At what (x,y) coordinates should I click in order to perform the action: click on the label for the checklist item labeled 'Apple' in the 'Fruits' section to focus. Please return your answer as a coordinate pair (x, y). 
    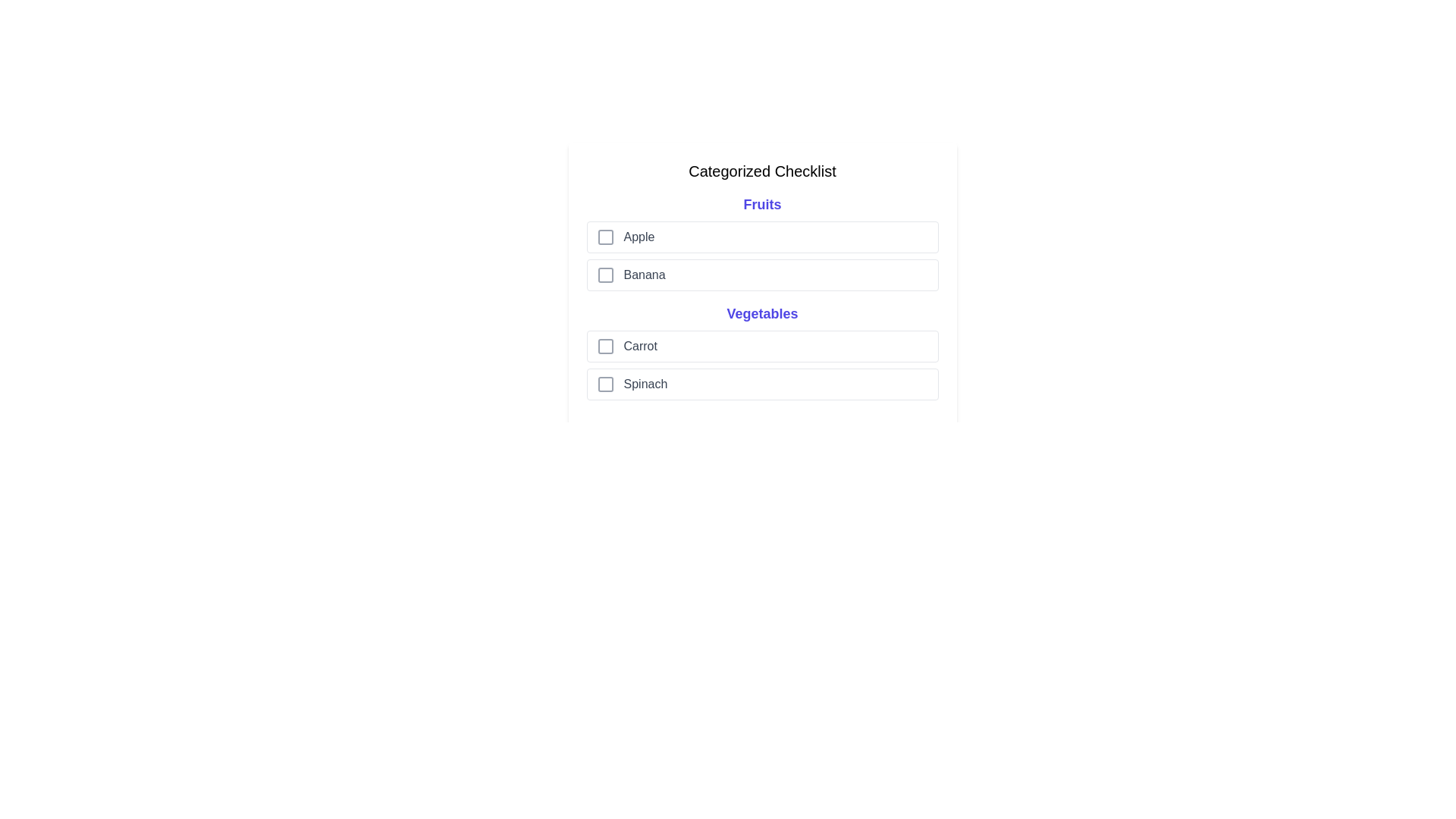
    Looking at the image, I should click on (639, 237).